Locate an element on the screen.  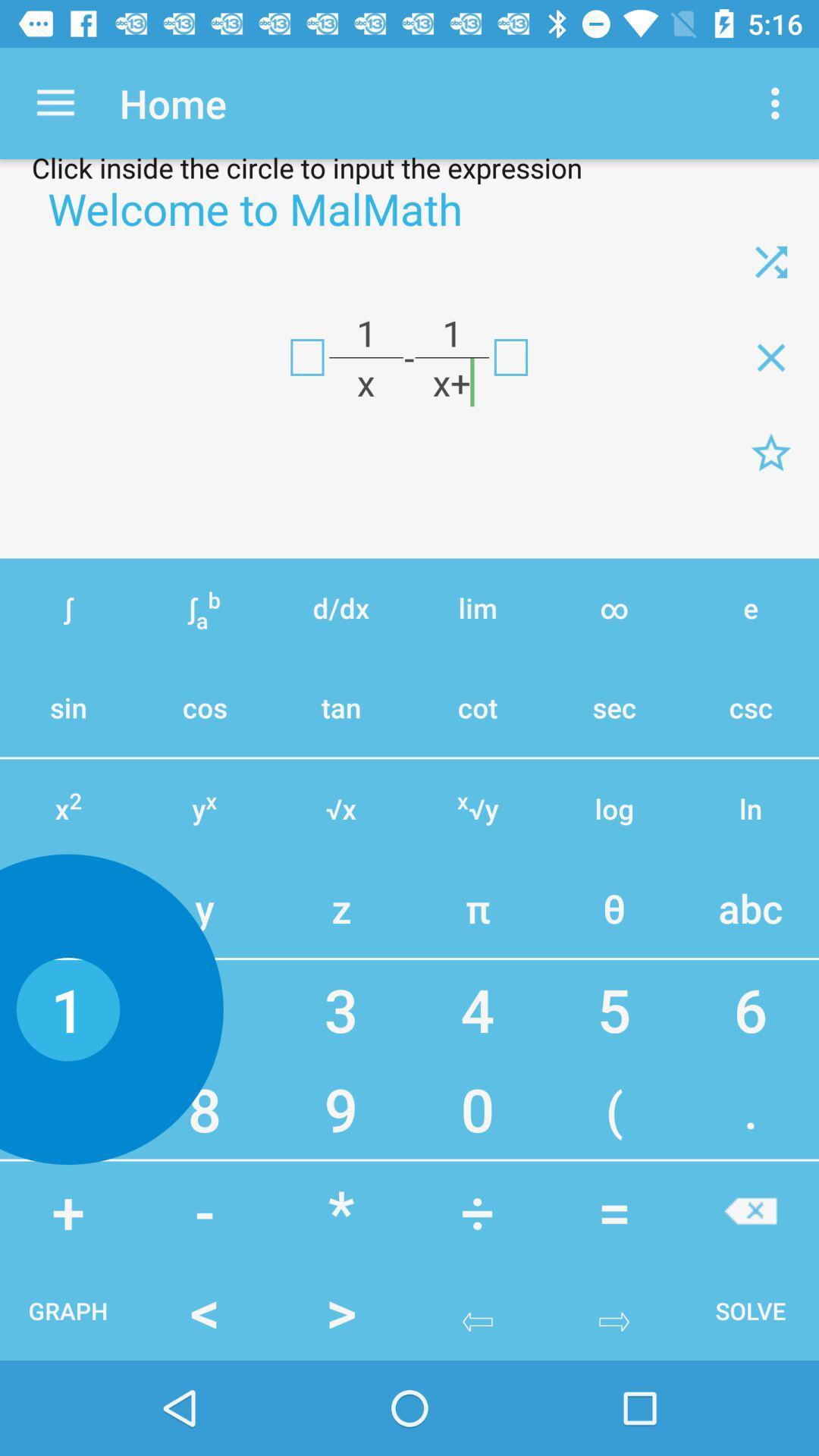
increment button is located at coordinates (751, 1210).